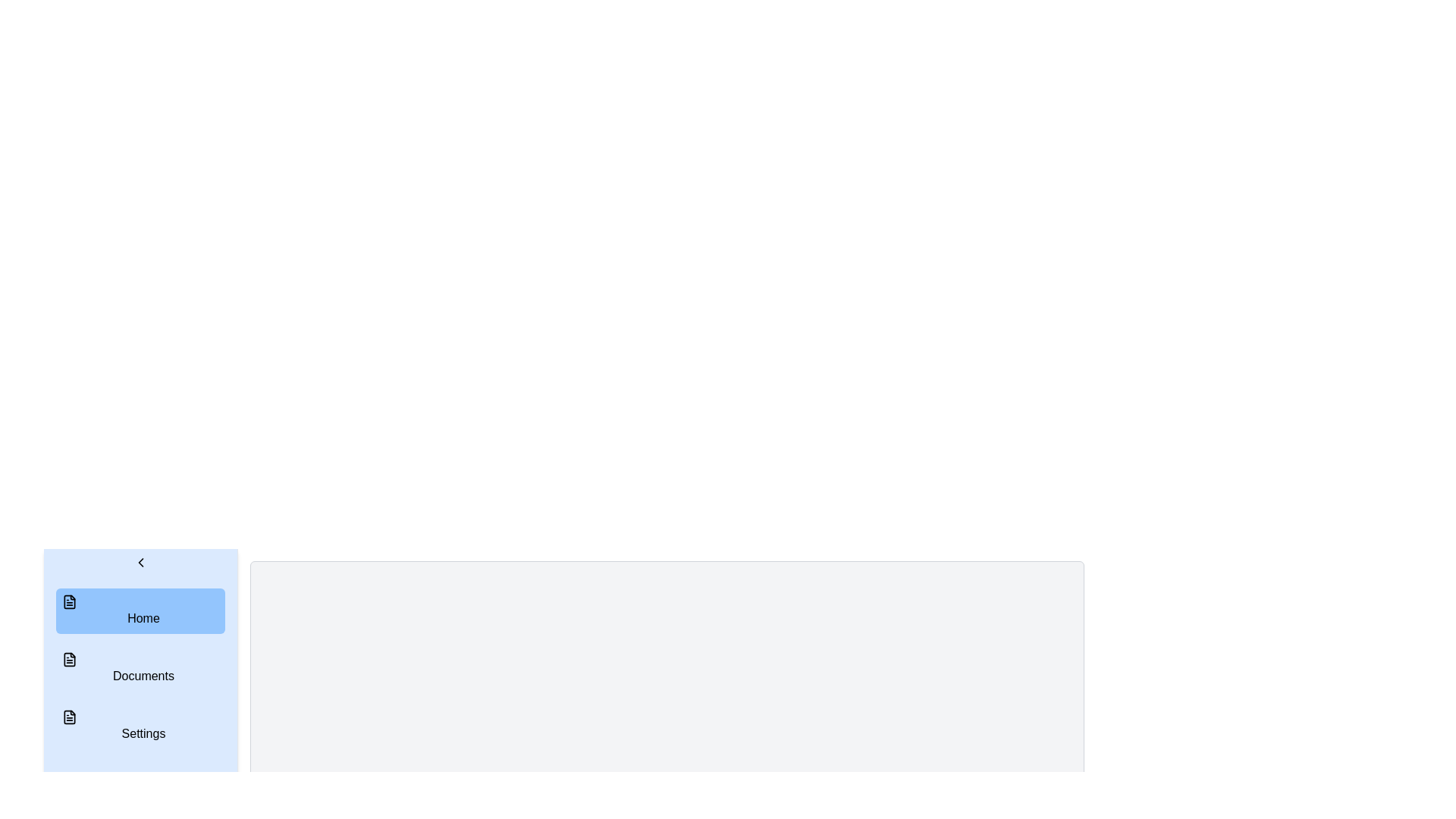  What do you see at coordinates (140, 562) in the screenshot?
I see `the navigation control icon located in the top-left corner of the vertical menu panel, positioned above the 'Home' button` at bounding box center [140, 562].